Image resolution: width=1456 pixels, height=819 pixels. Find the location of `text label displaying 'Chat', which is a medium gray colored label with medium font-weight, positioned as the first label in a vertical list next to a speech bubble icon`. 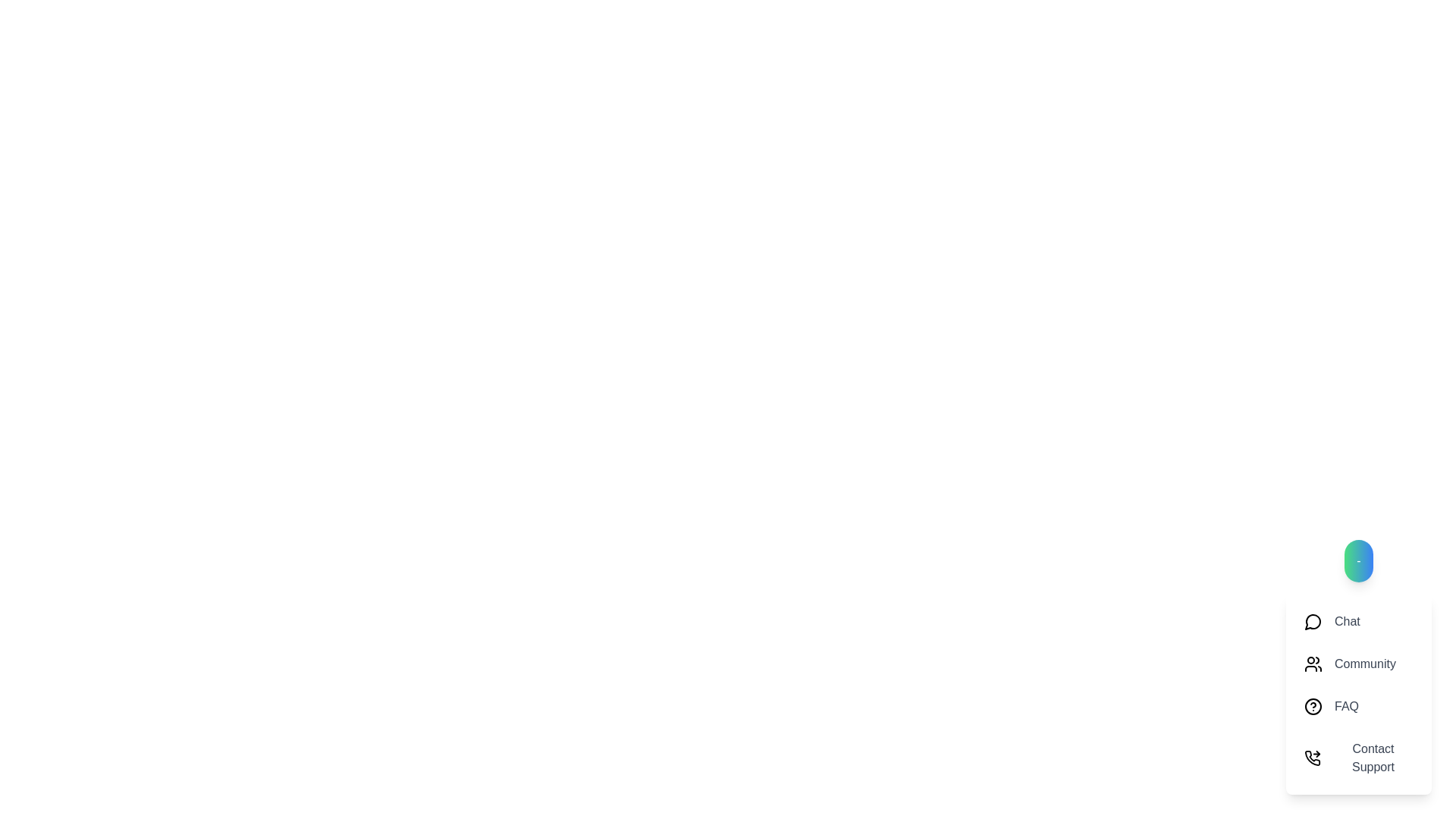

text label displaying 'Chat', which is a medium gray colored label with medium font-weight, positioned as the first label in a vertical list next to a speech bubble icon is located at coordinates (1347, 622).